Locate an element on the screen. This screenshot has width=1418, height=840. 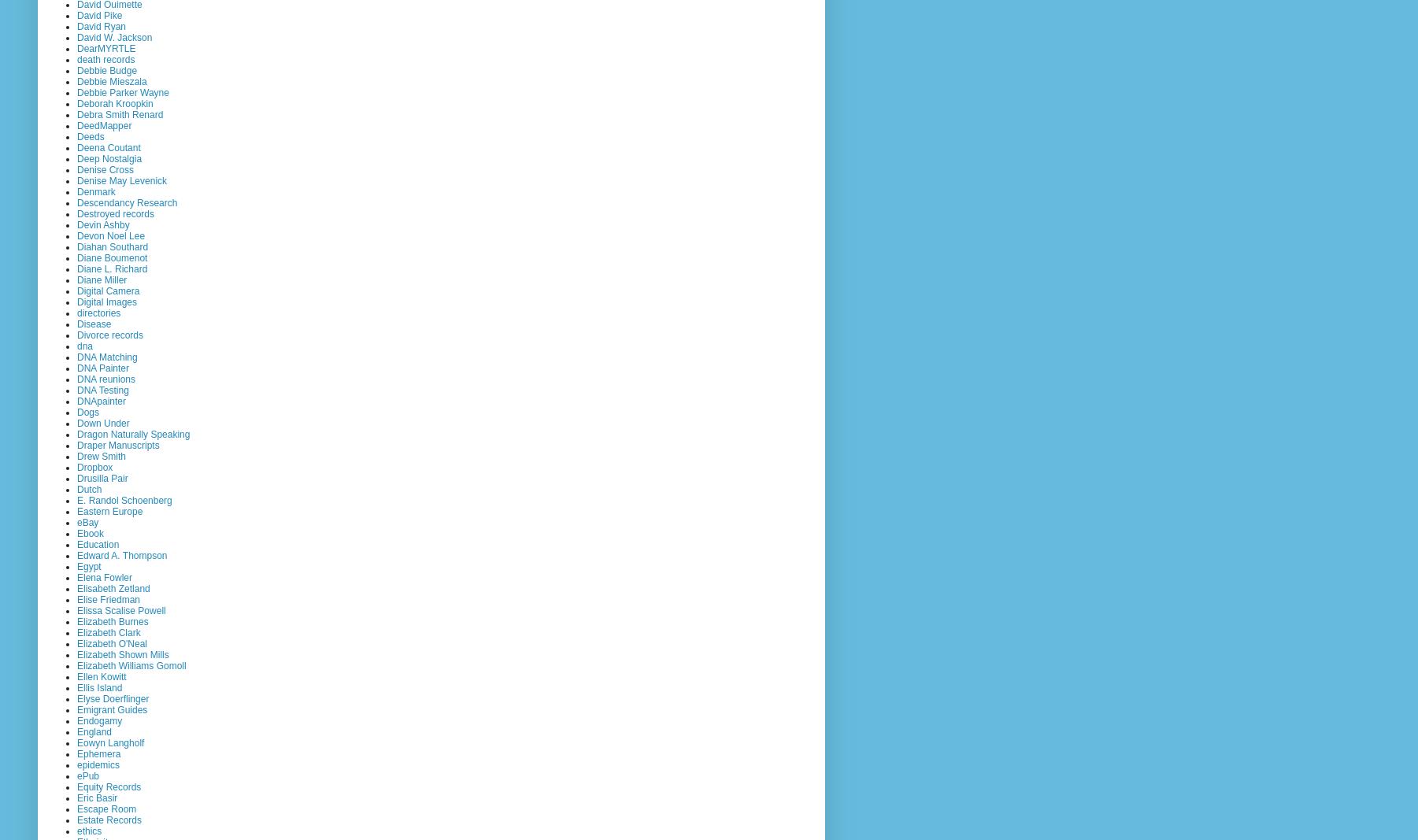
'Ephemera' is located at coordinates (98, 753).